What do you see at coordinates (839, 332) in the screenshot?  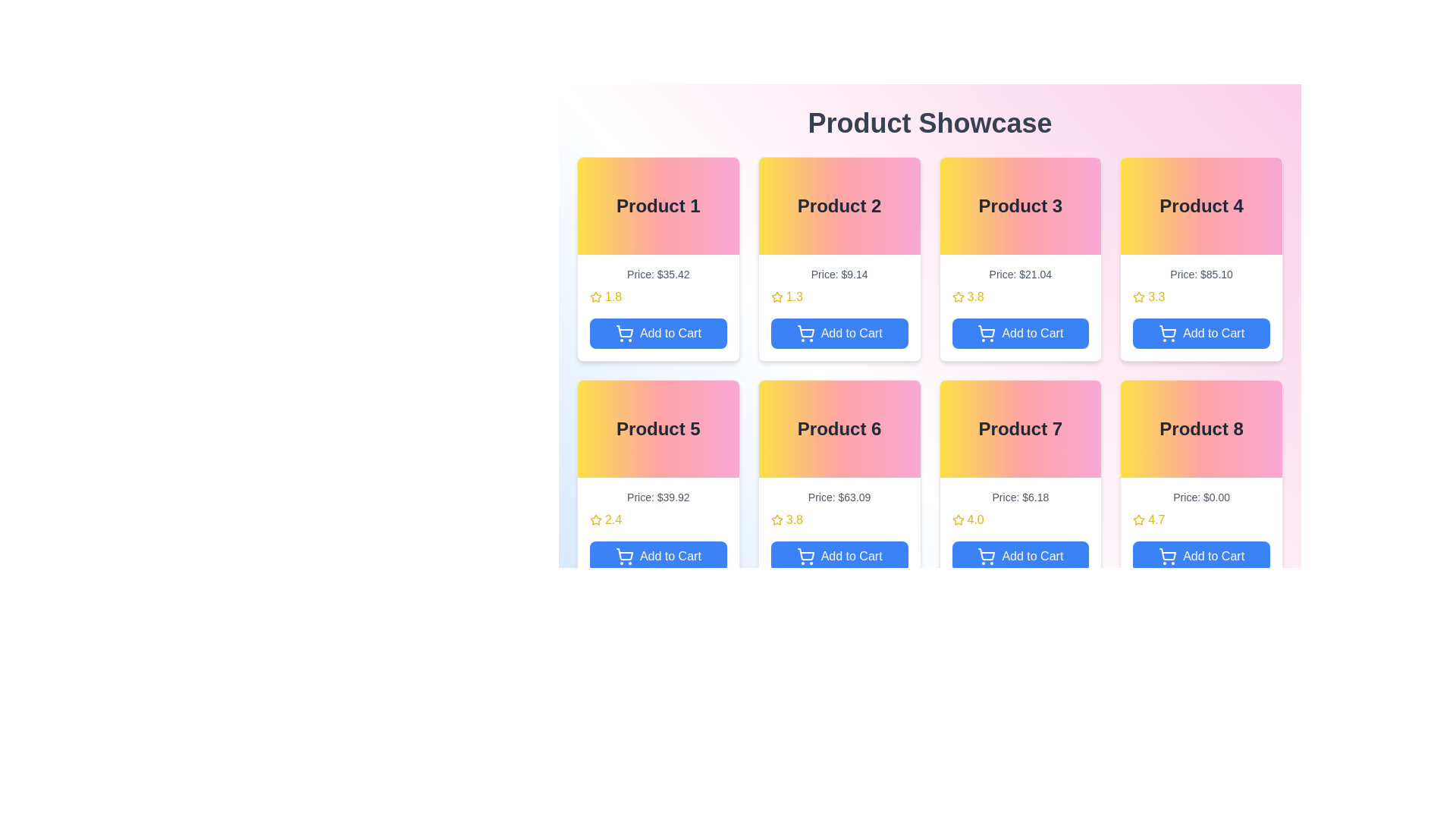 I see `the 'Add to Cart' button, which is a rectangular button with rounded corners and a blue background, located below the price and rating section of 'Product 2'` at bounding box center [839, 332].